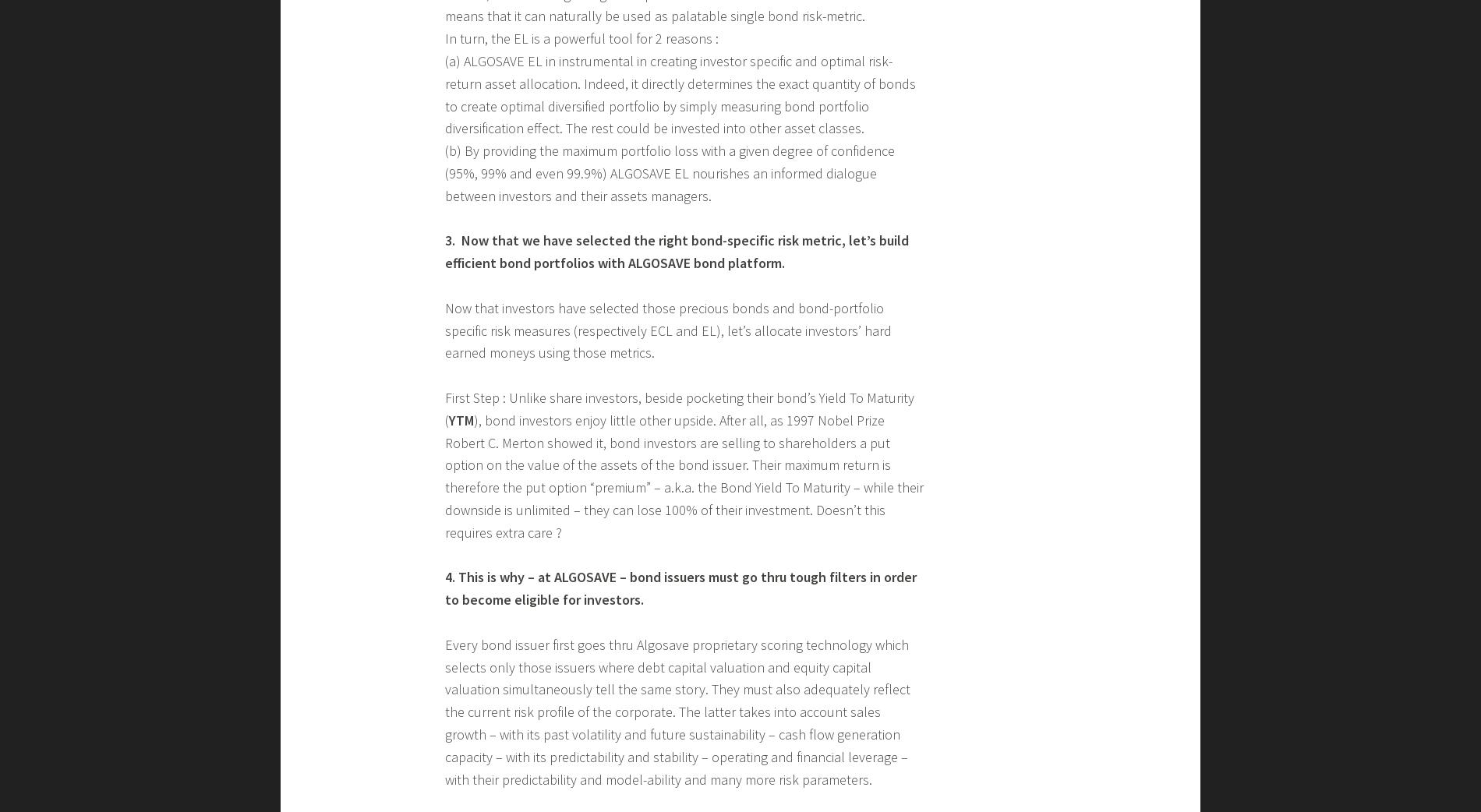  Describe the element at coordinates (444, 588) in the screenshot. I see `'4. This is why – at ALGOSAVE – bond issuers must go thru tough filters in order to become eligible for investors.'` at that location.